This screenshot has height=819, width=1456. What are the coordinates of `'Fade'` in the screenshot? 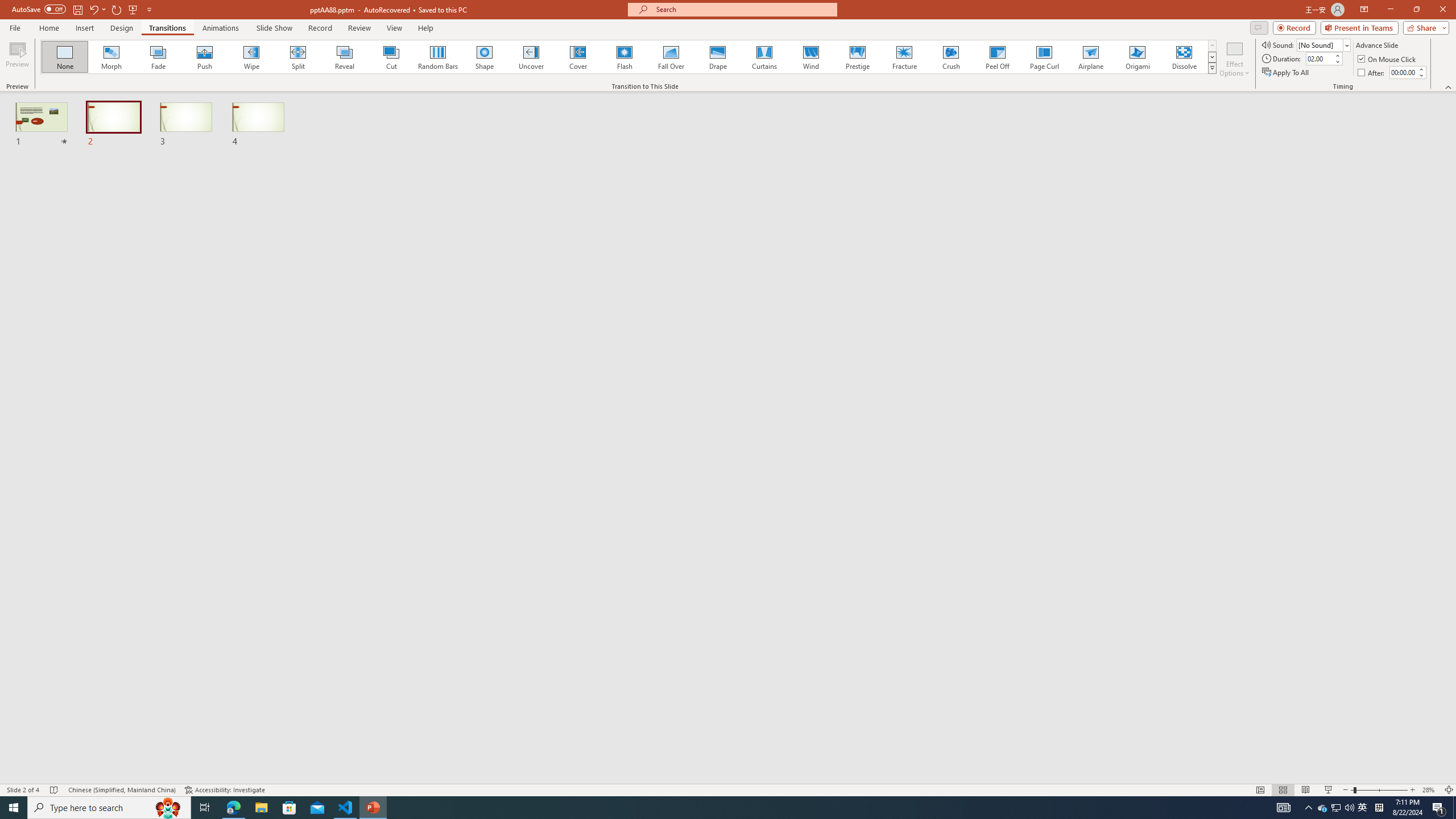 It's located at (158, 56).